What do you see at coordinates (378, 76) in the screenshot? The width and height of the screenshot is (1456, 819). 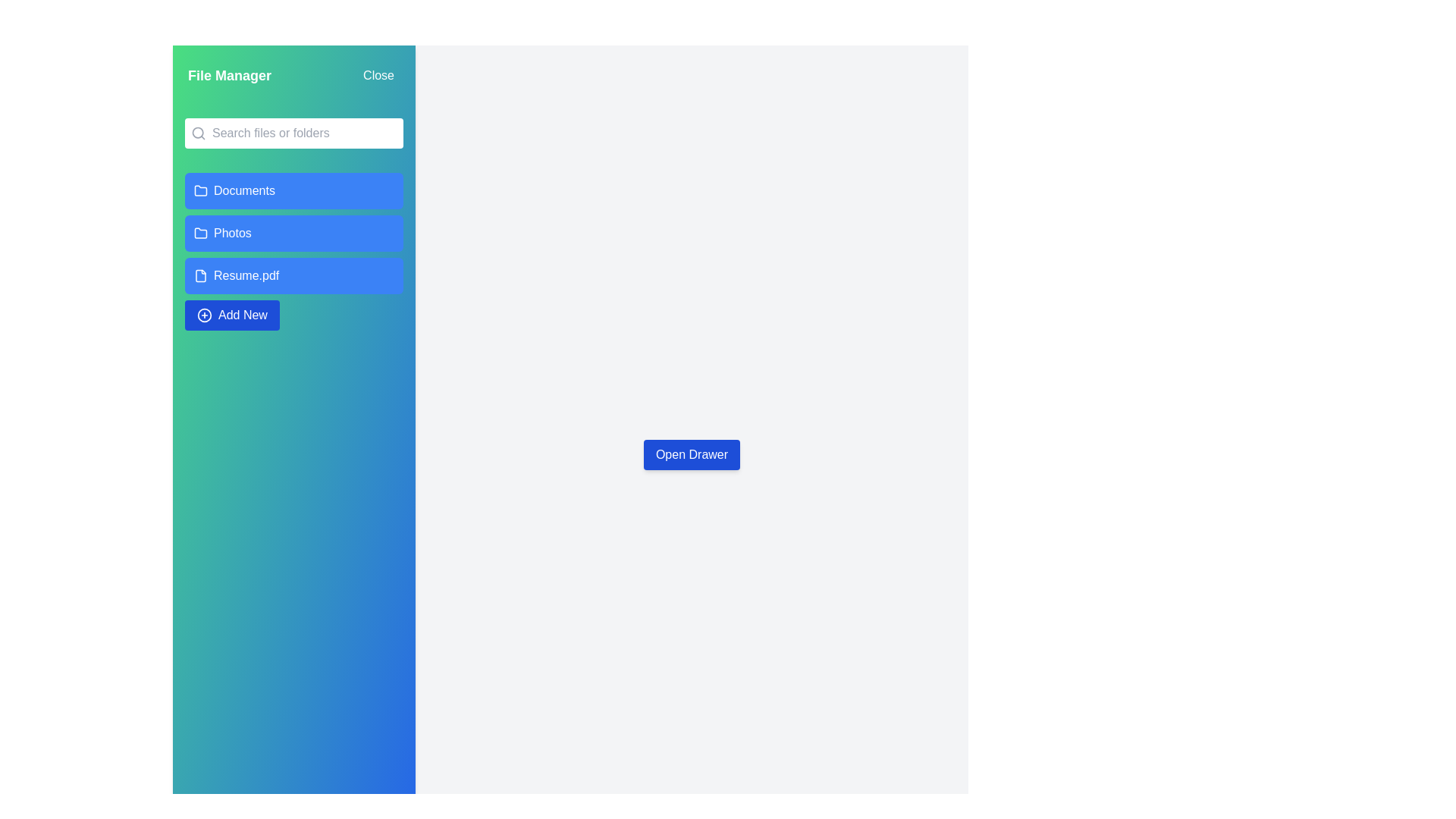 I see `the 'Close' button to close the File Management Drawer` at bounding box center [378, 76].